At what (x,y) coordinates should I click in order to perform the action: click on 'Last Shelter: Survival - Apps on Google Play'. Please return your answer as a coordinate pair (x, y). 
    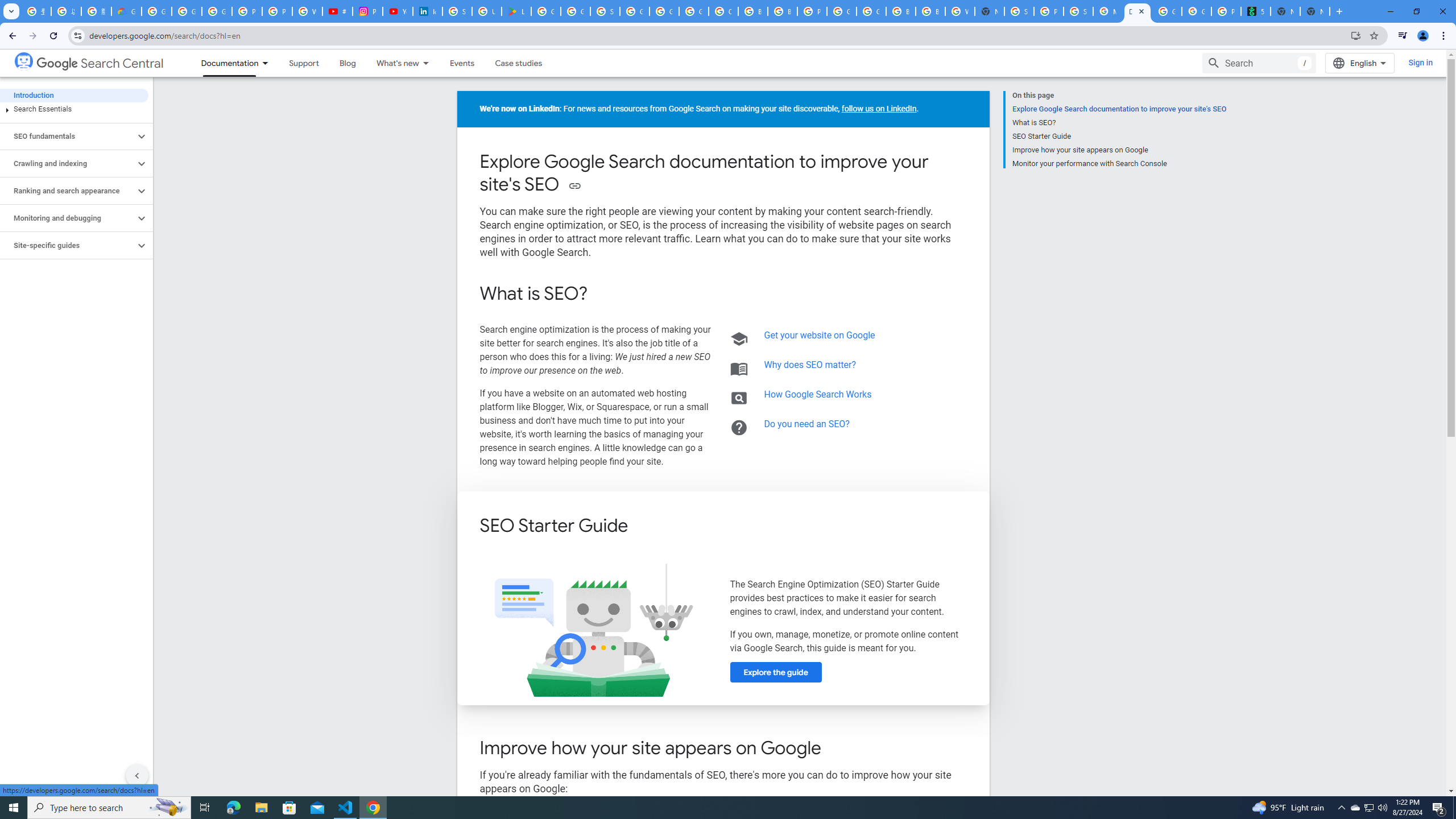
    Looking at the image, I should click on (515, 11).